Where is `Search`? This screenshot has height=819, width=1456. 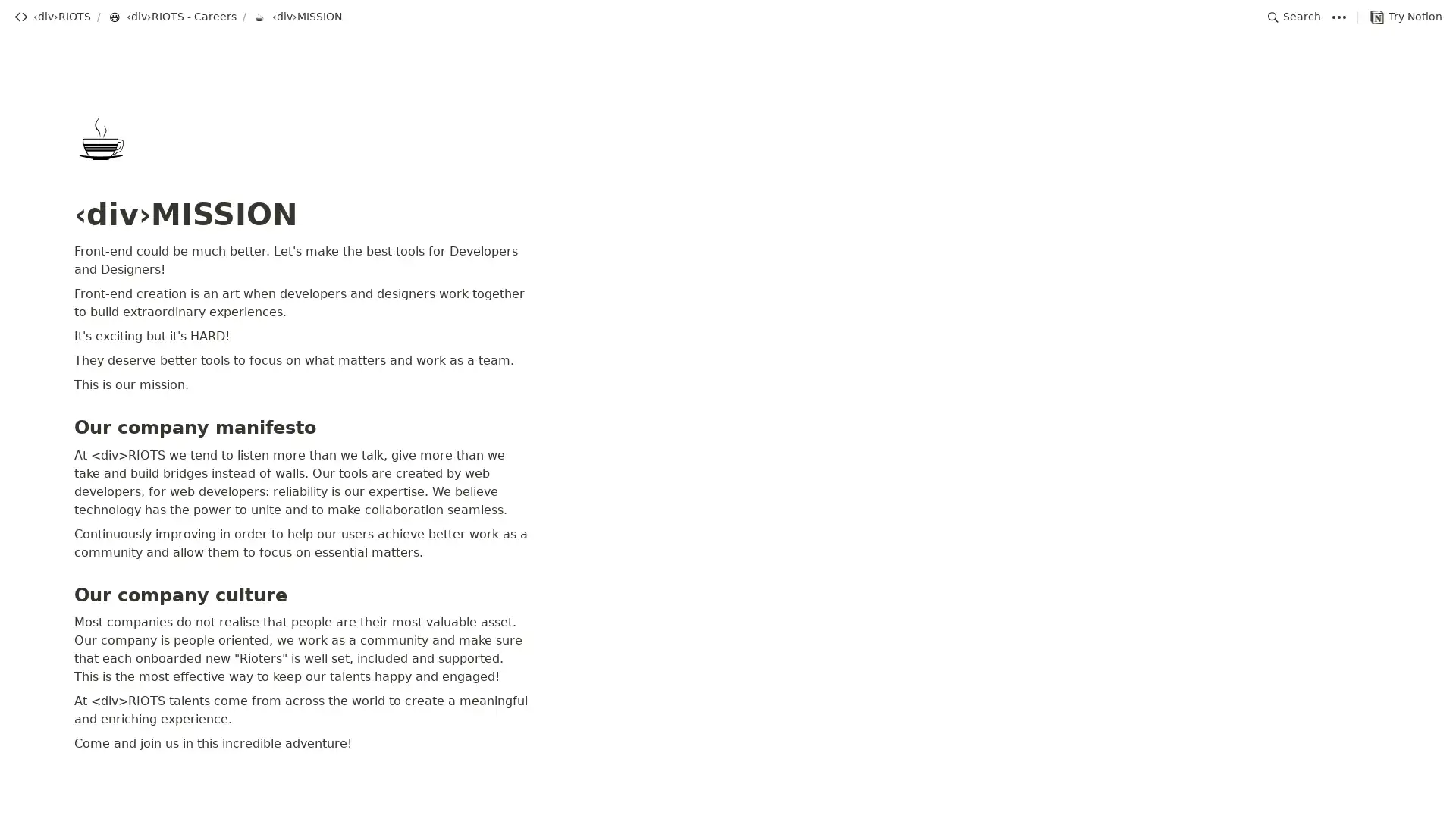
Search is located at coordinates (1294, 17).